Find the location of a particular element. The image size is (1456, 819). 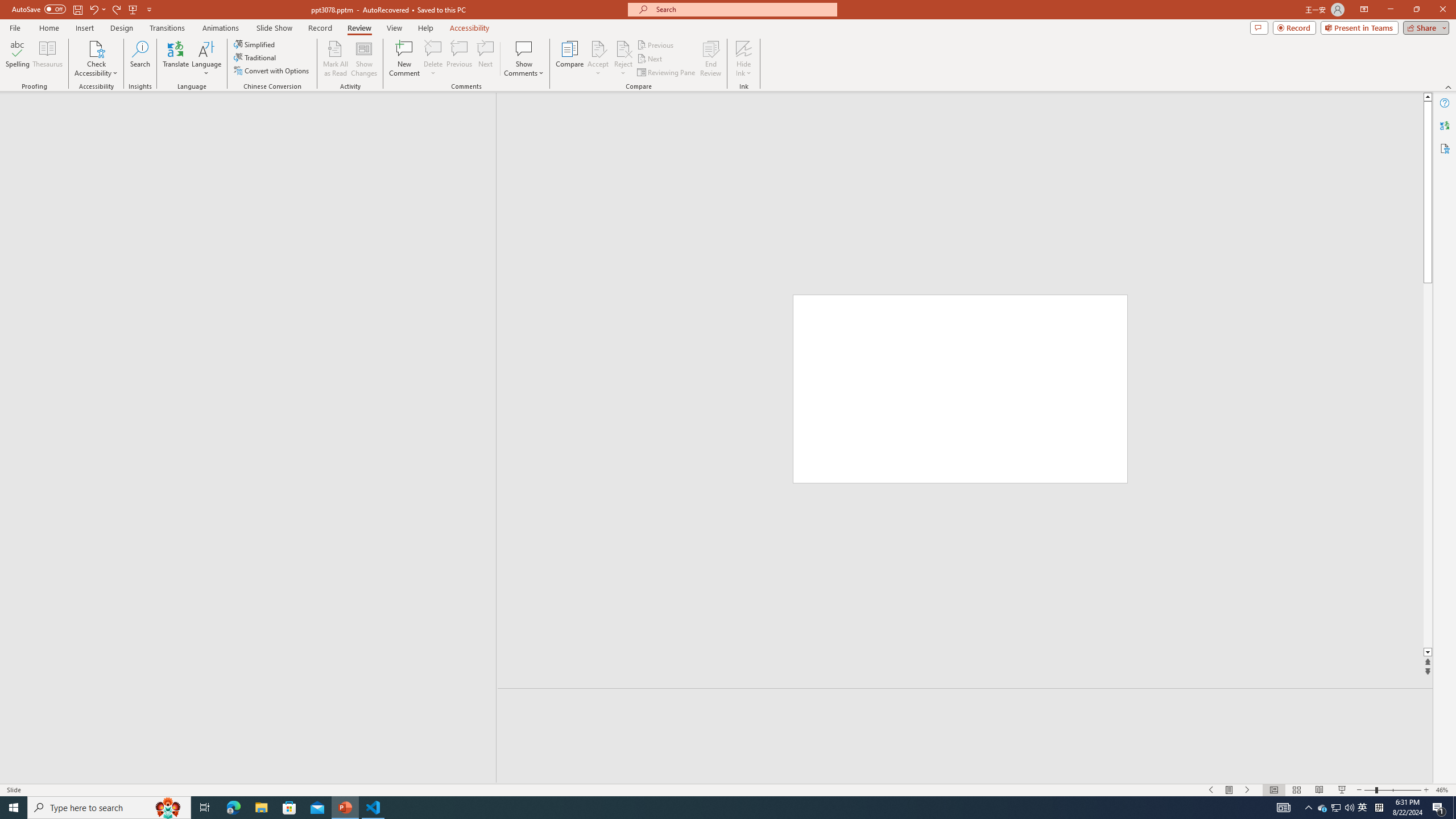

'Previous' is located at coordinates (656, 44).